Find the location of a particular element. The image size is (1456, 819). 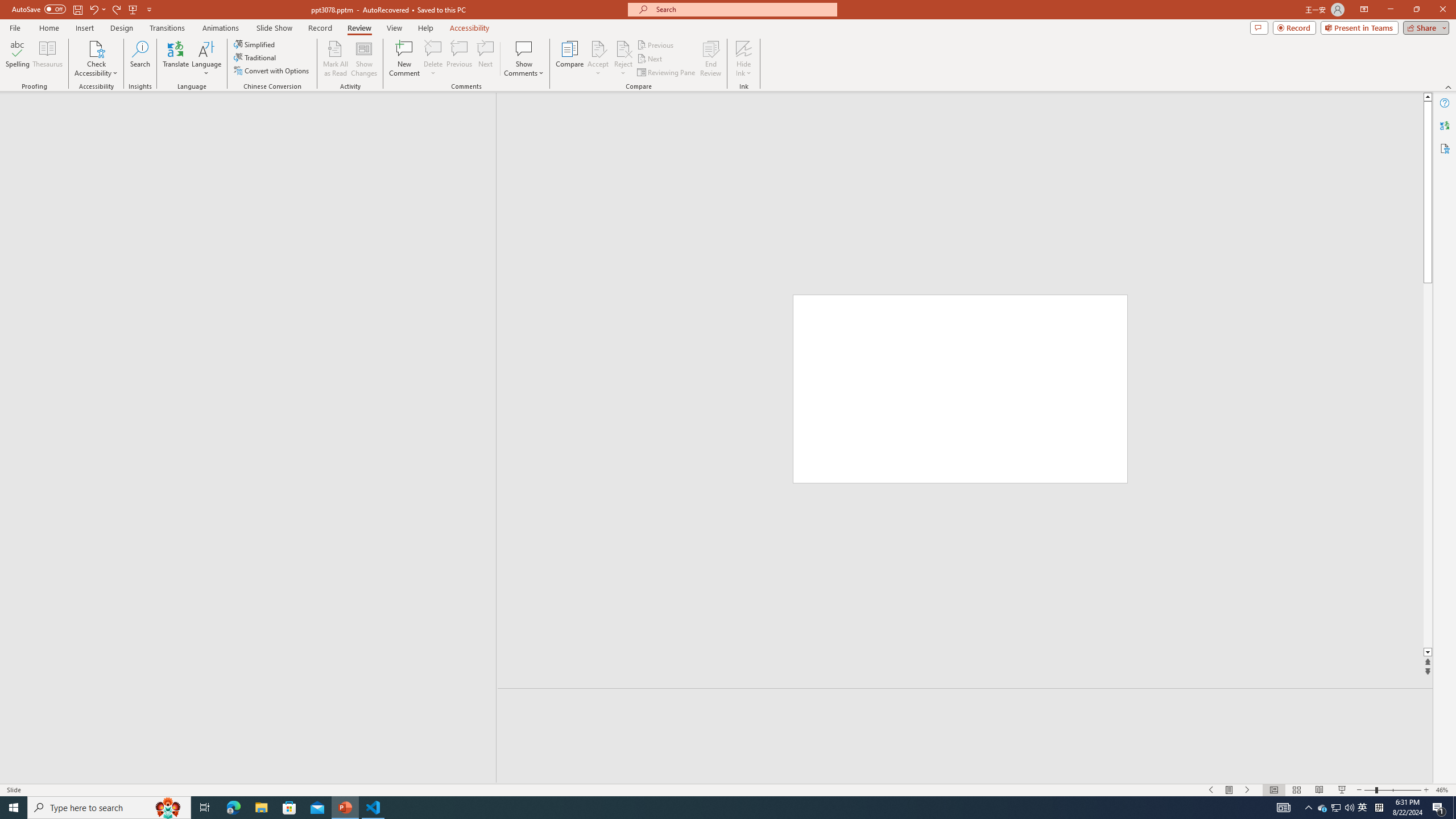

'Previous' is located at coordinates (656, 44).